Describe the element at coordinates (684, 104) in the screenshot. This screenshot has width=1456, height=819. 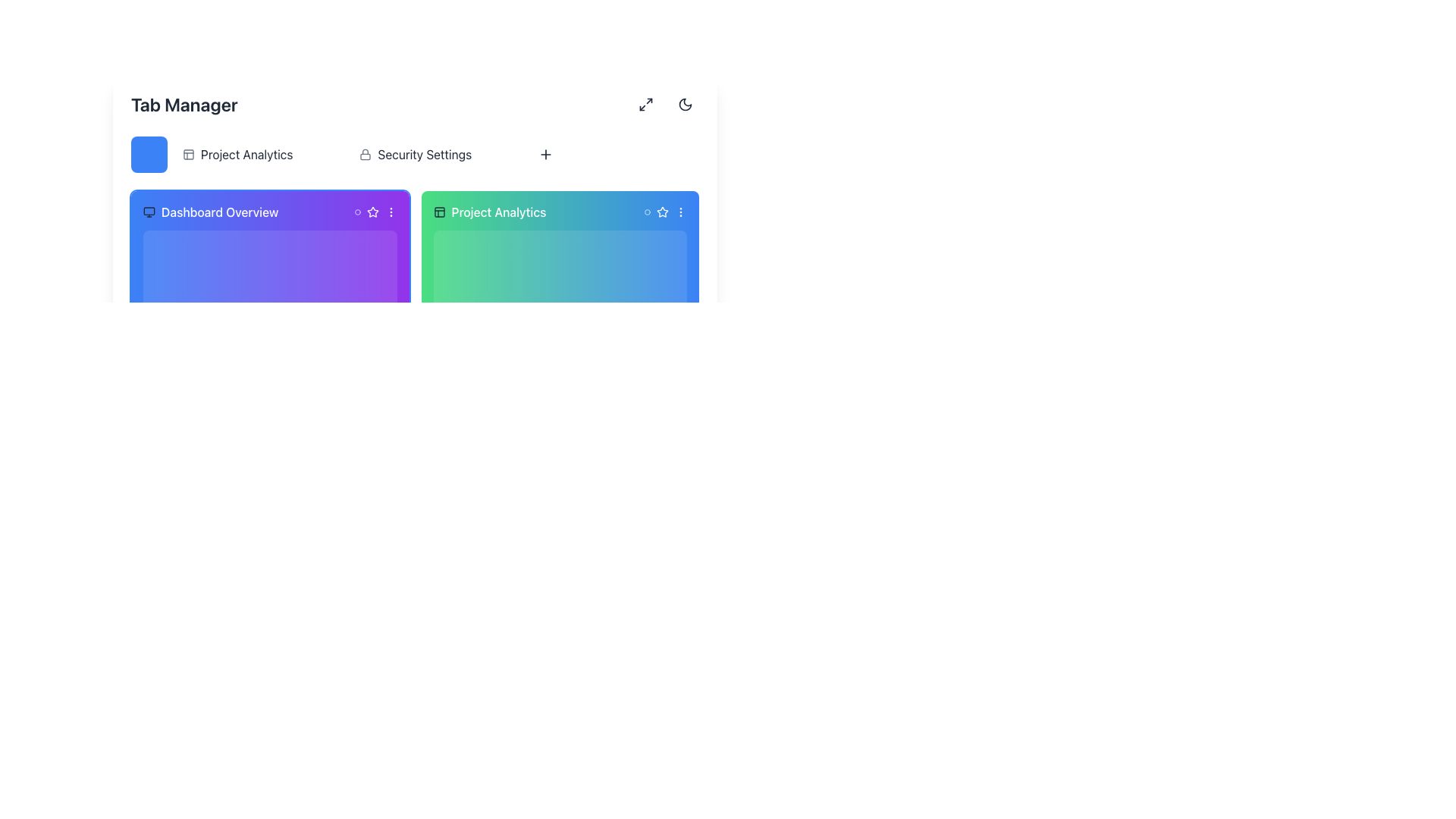
I see `the crescent moon icon located in the top right section of the interface` at that location.